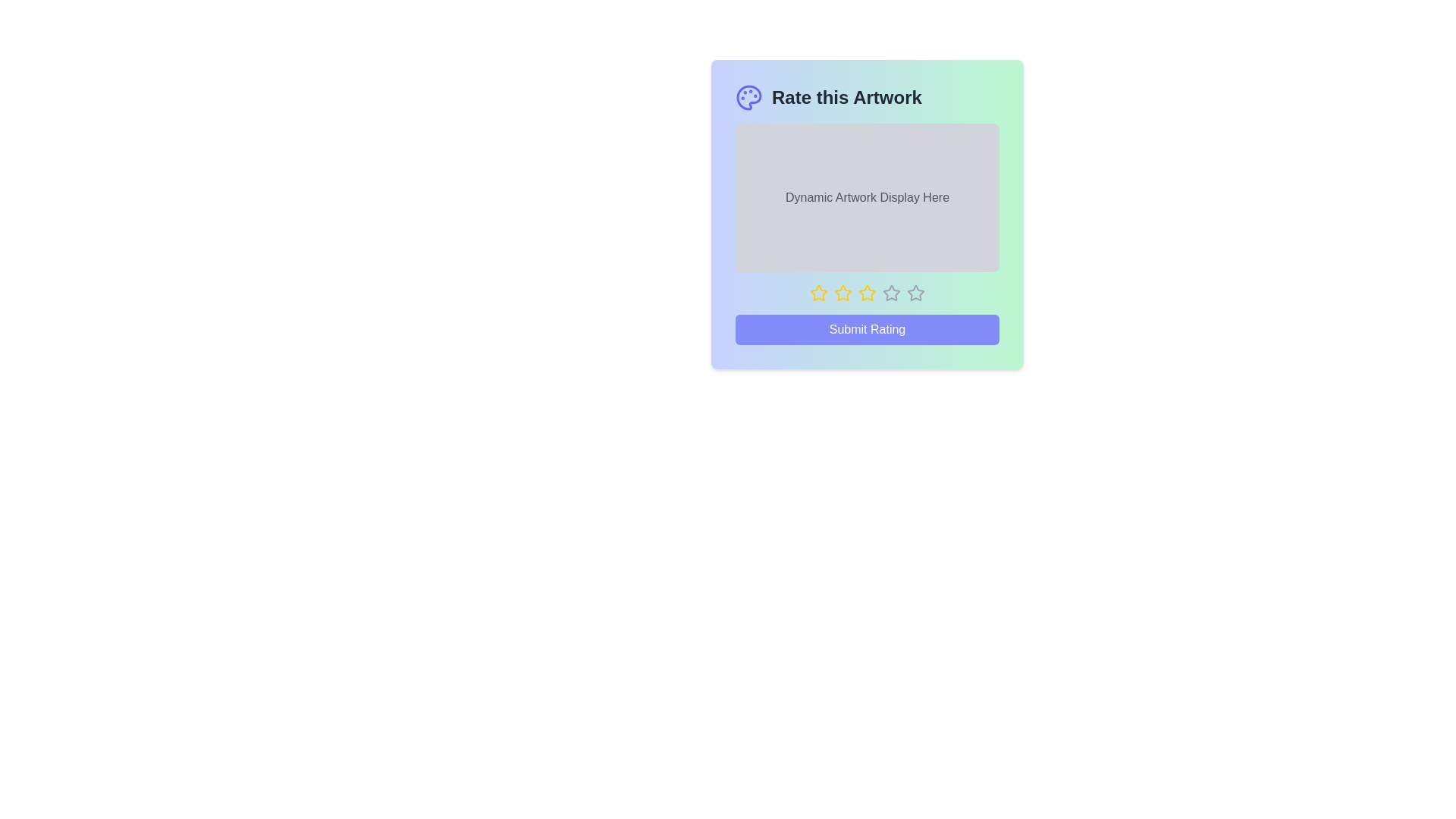  I want to click on the star corresponding to the desired rating 4, so click(892, 293).